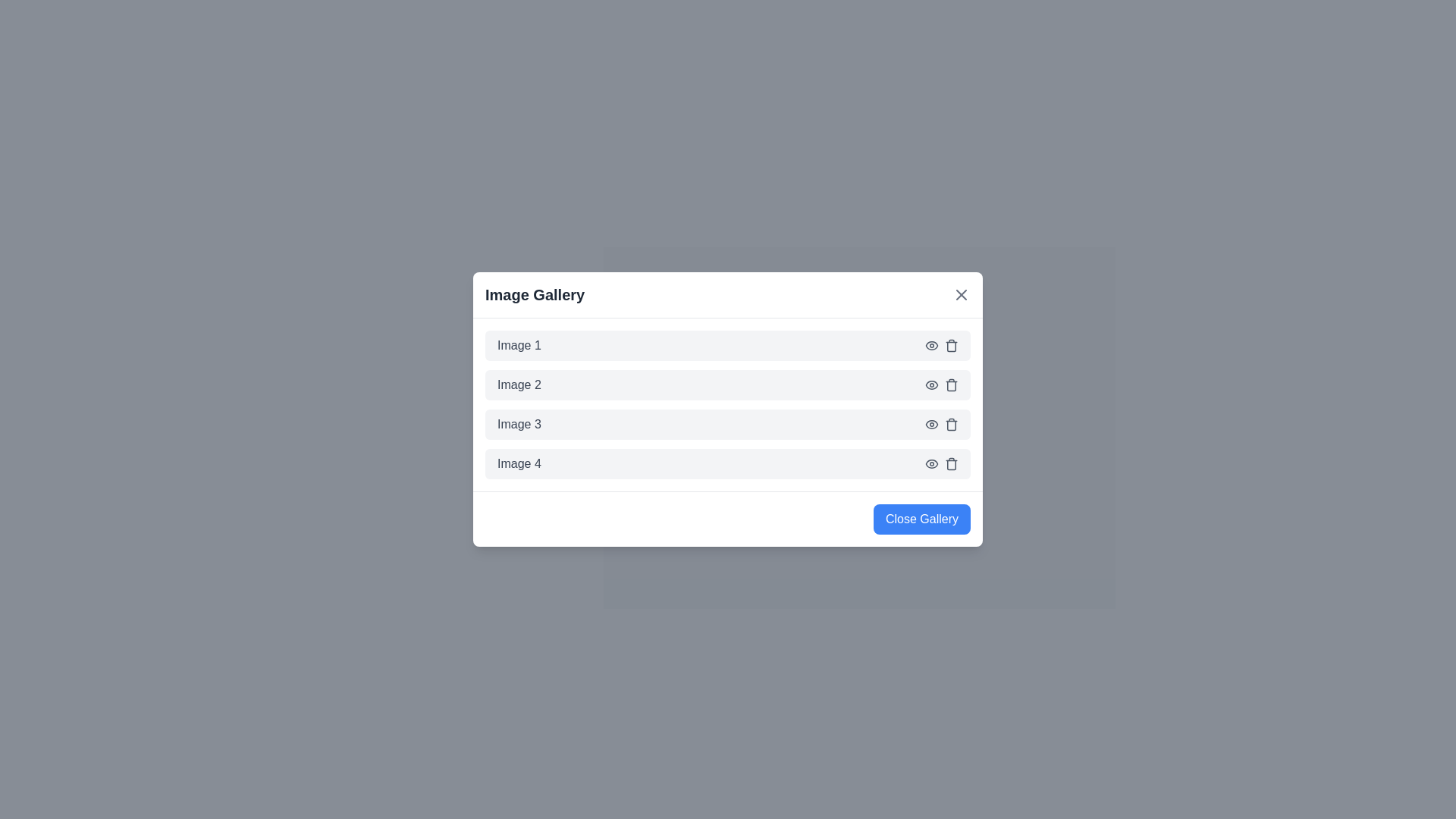  I want to click on the 'Image 4' text label located in the fourth row of the tabular interface, so click(519, 463).